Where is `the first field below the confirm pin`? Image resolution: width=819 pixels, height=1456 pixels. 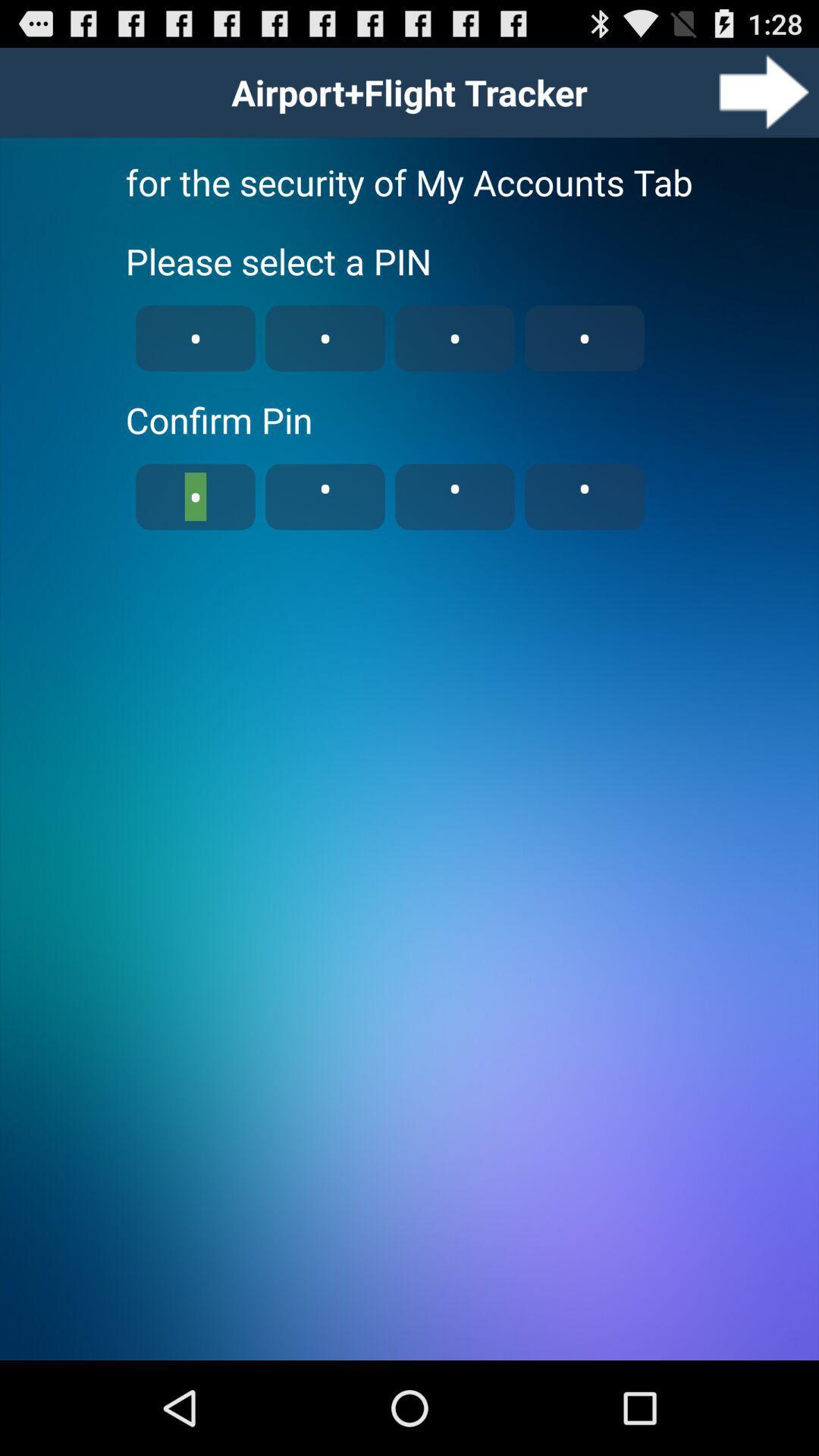
the first field below the confirm pin is located at coordinates (195, 497).